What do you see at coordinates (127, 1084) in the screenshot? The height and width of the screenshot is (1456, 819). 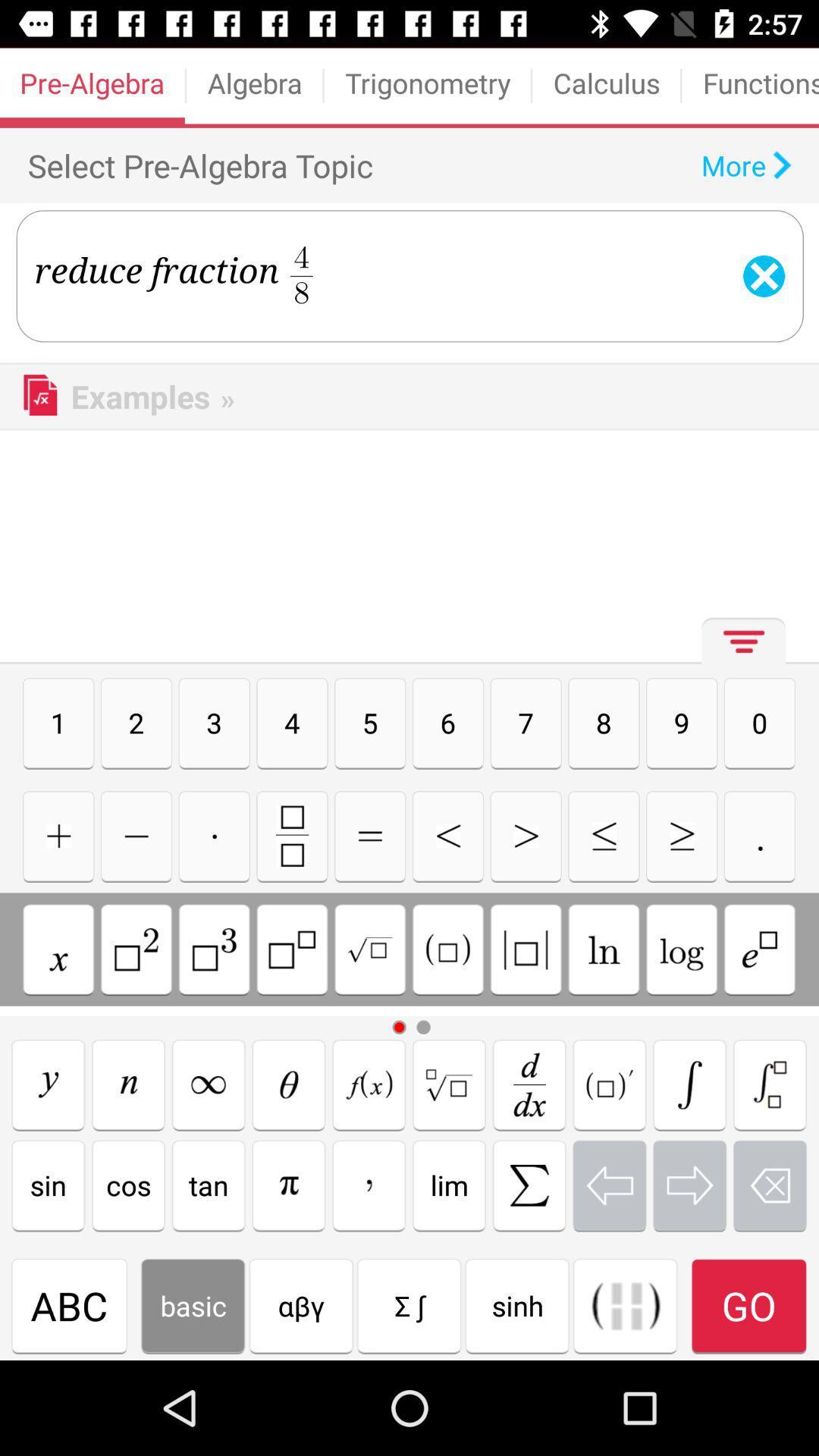 I see `use this math function` at bounding box center [127, 1084].